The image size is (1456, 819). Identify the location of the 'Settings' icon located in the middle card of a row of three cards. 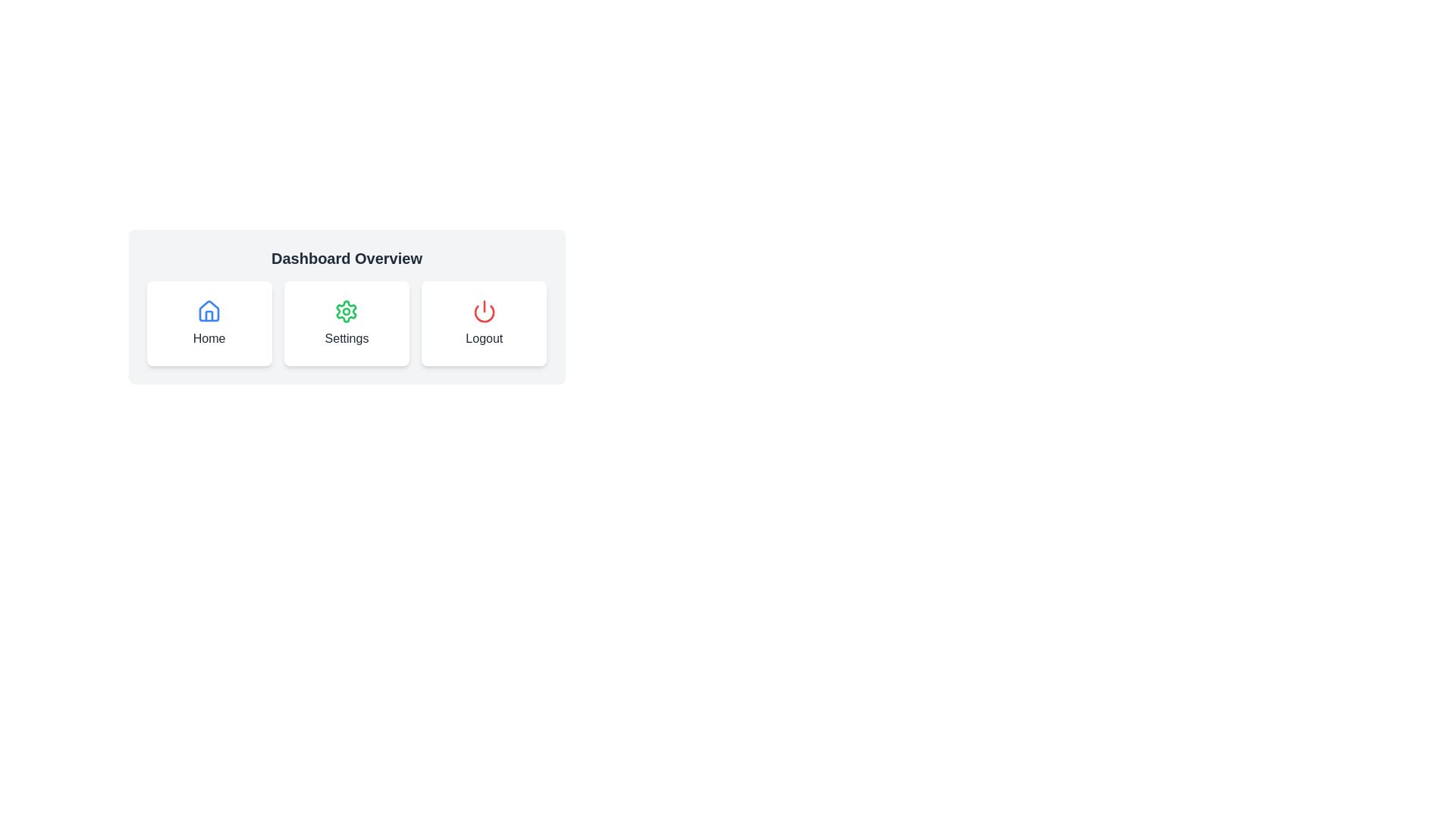
(346, 311).